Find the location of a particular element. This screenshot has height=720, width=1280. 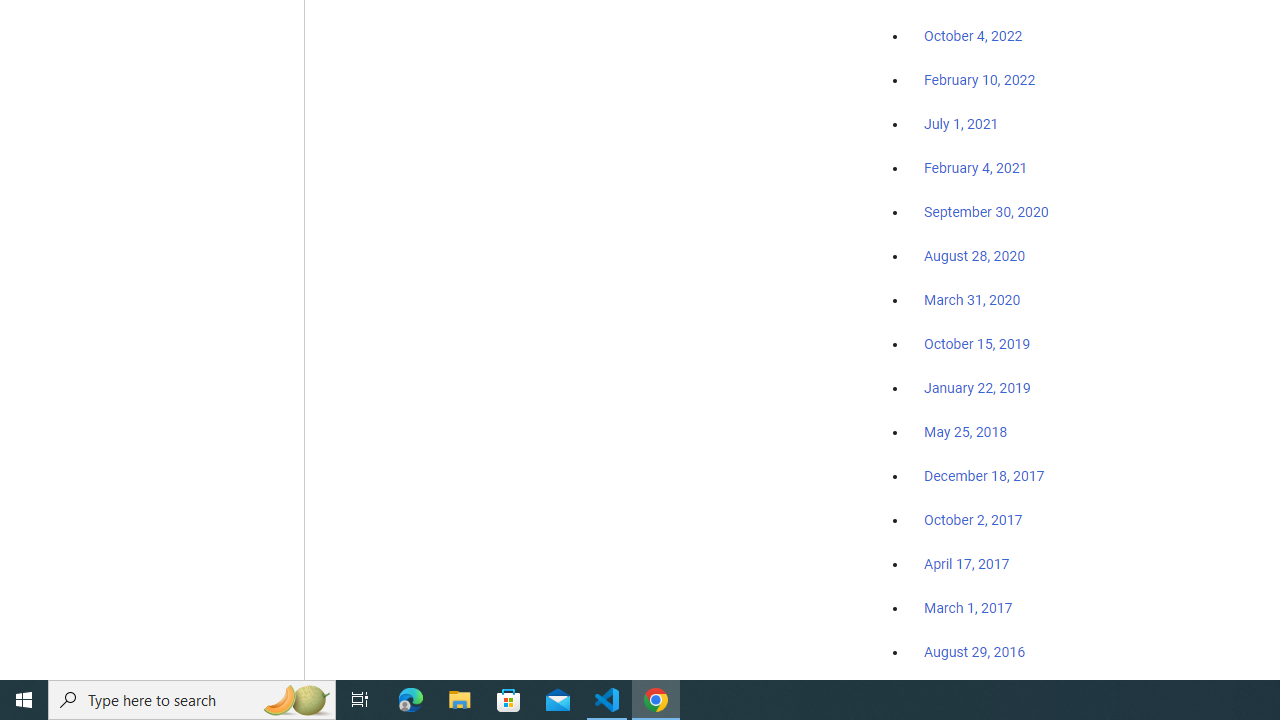

'March 31, 2020' is located at coordinates (972, 299).